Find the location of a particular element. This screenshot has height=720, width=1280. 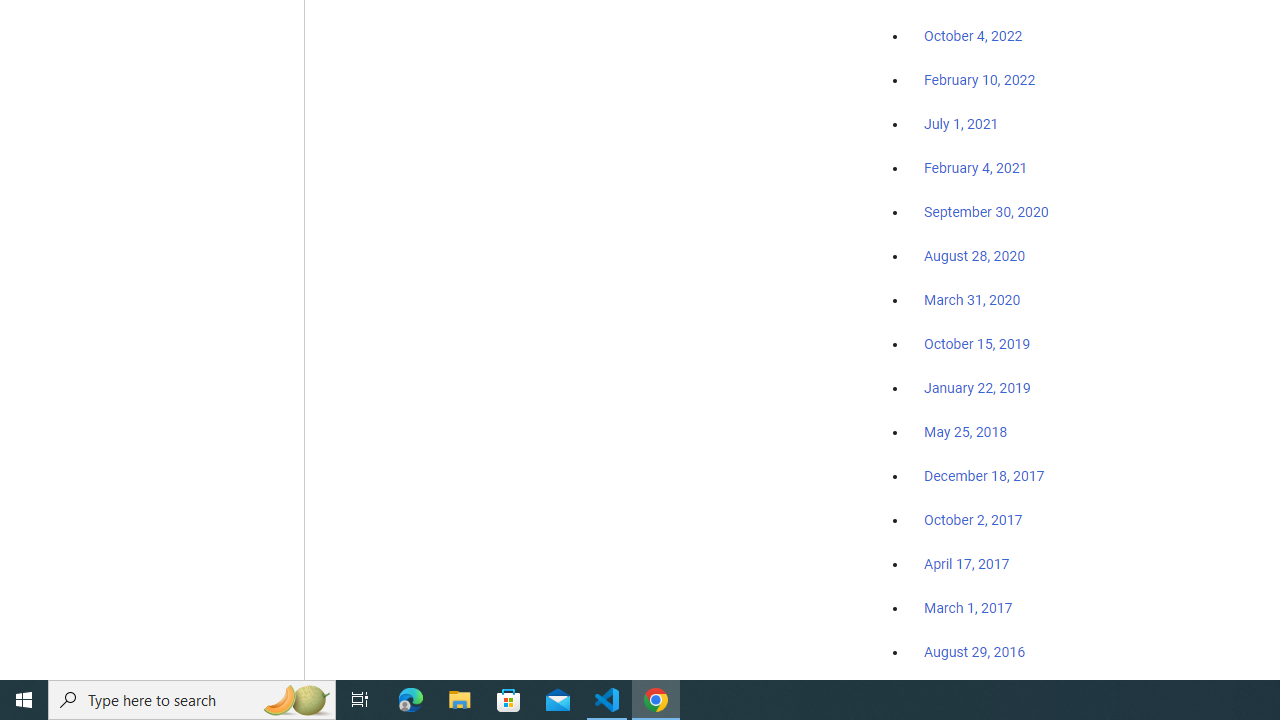

'March 31, 2020' is located at coordinates (972, 299).